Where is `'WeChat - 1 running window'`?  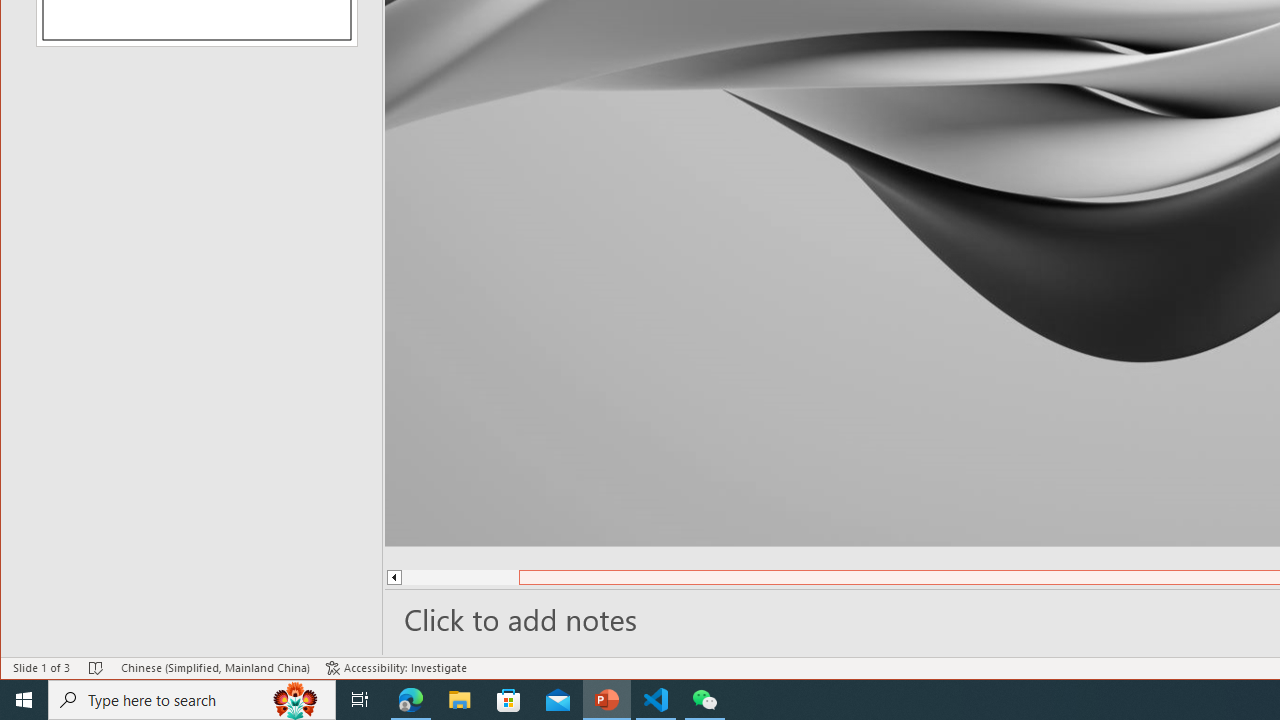
'WeChat - 1 running window' is located at coordinates (705, 698).